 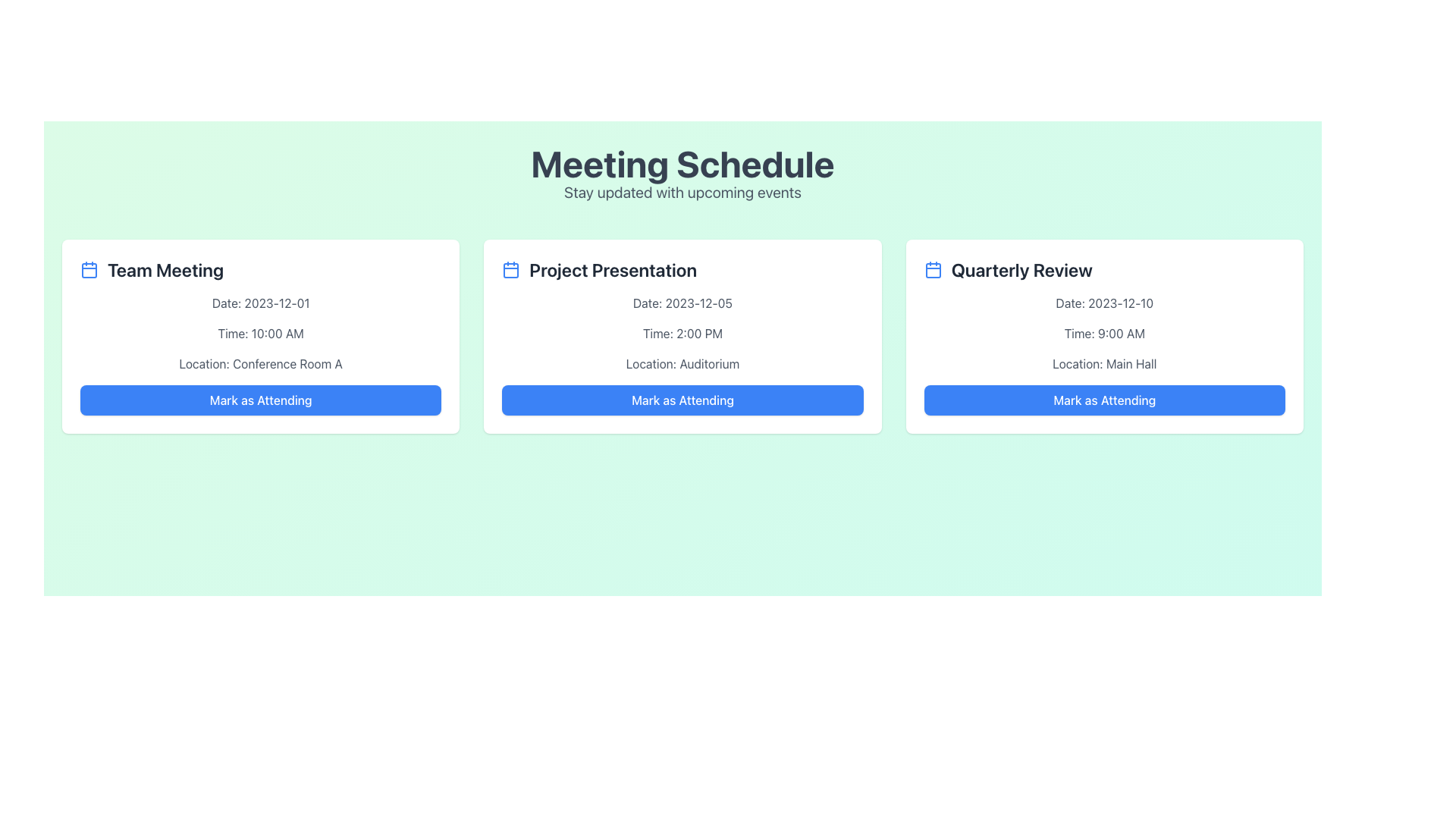 I want to click on the static text element that reads 'Stay updated with upcoming events', which is styled with a medium font size and gray color, located directly below the title 'Meeting Schedule', so click(x=682, y=192).